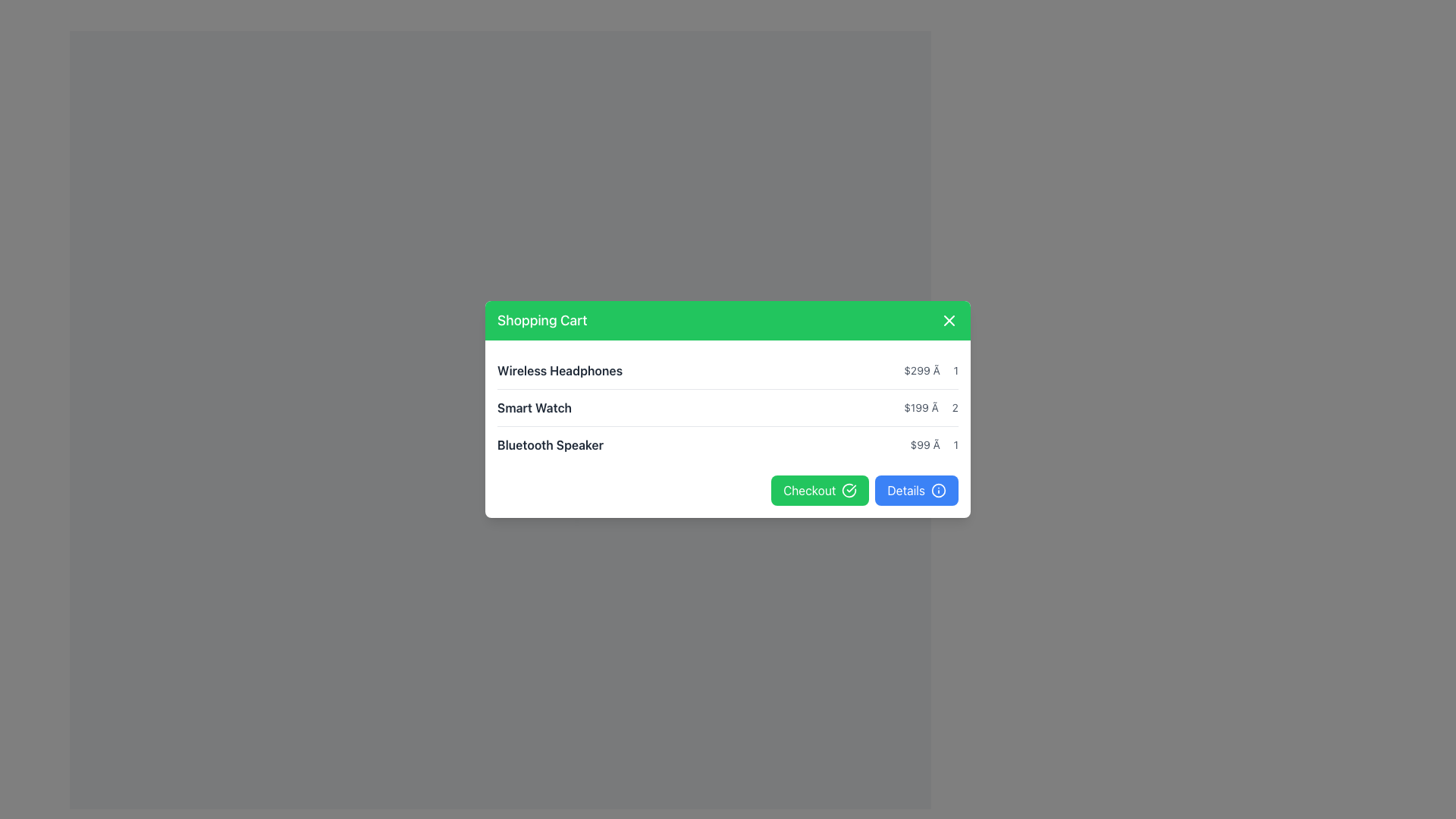 The width and height of the screenshot is (1456, 819). What do you see at coordinates (930, 371) in the screenshot?
I see `the text label displaying the price and quantity of the item, which reads '$299 × 1', located at the right end of the 'Wireless Headphones' product line in the shopping cart interface` at bounding box center [930, 371].